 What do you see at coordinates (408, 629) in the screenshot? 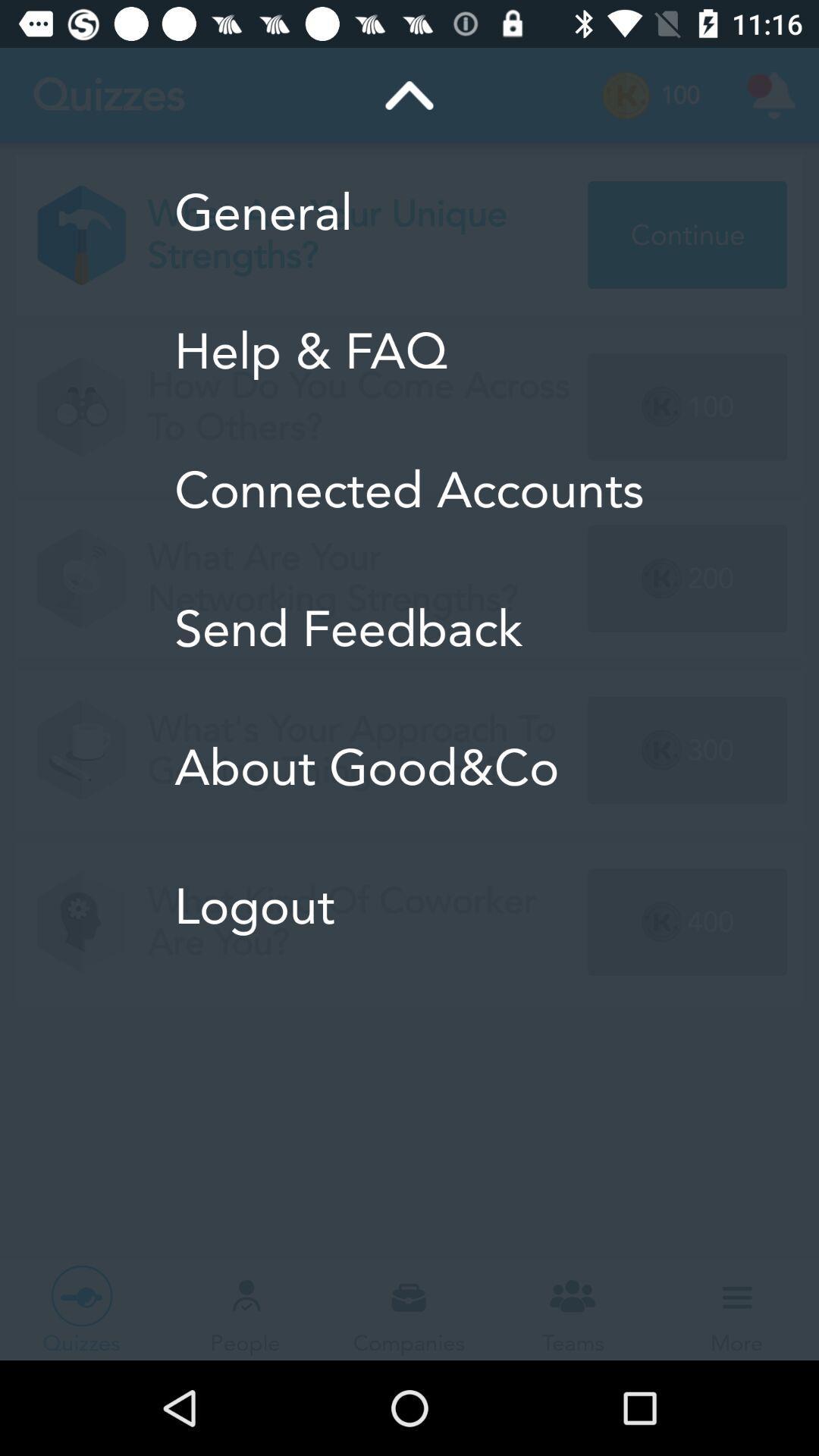
I see `the send feedback item` at bounding box center [408, 629].